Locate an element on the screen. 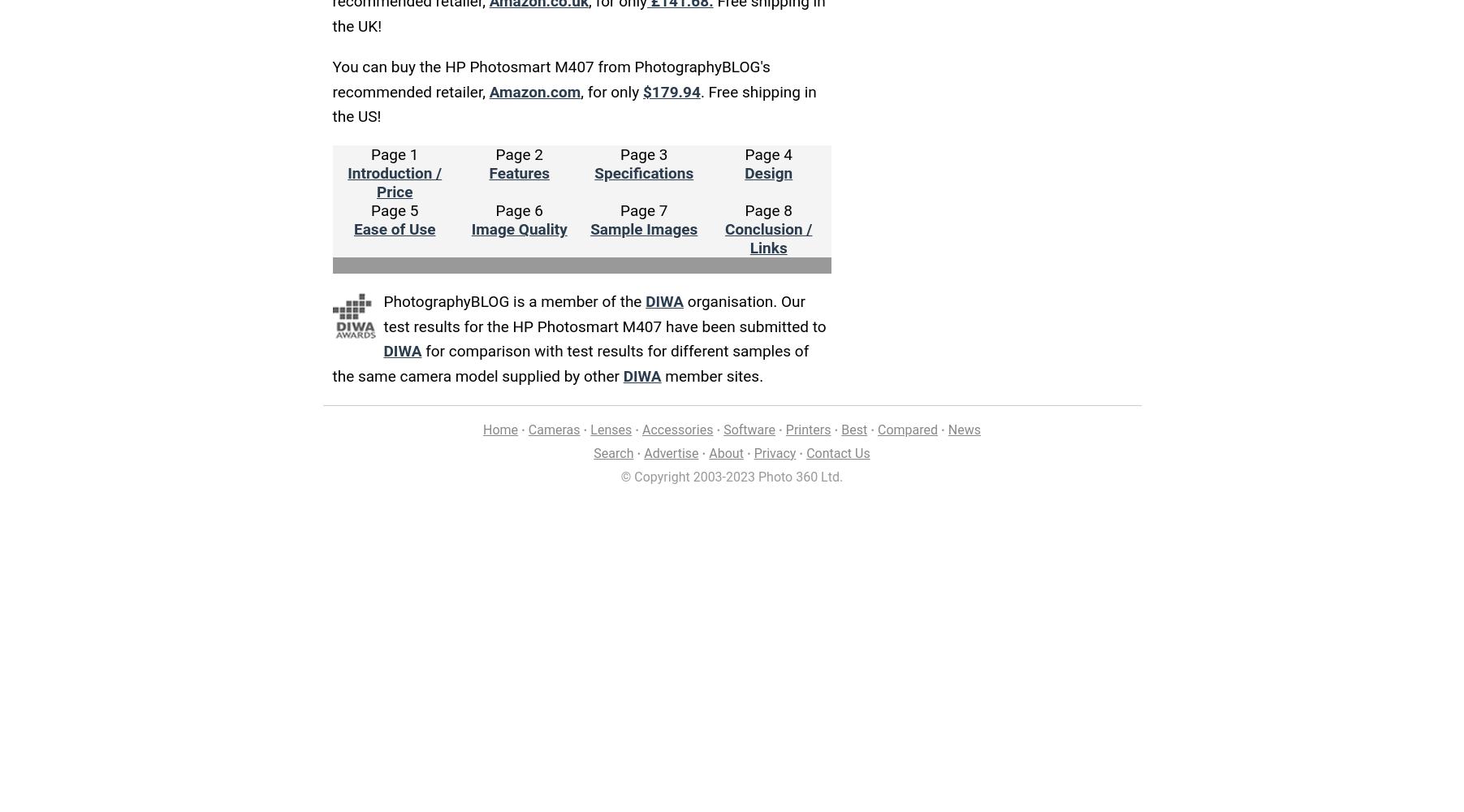  'Page 6' is located at coordinates (494, 210).